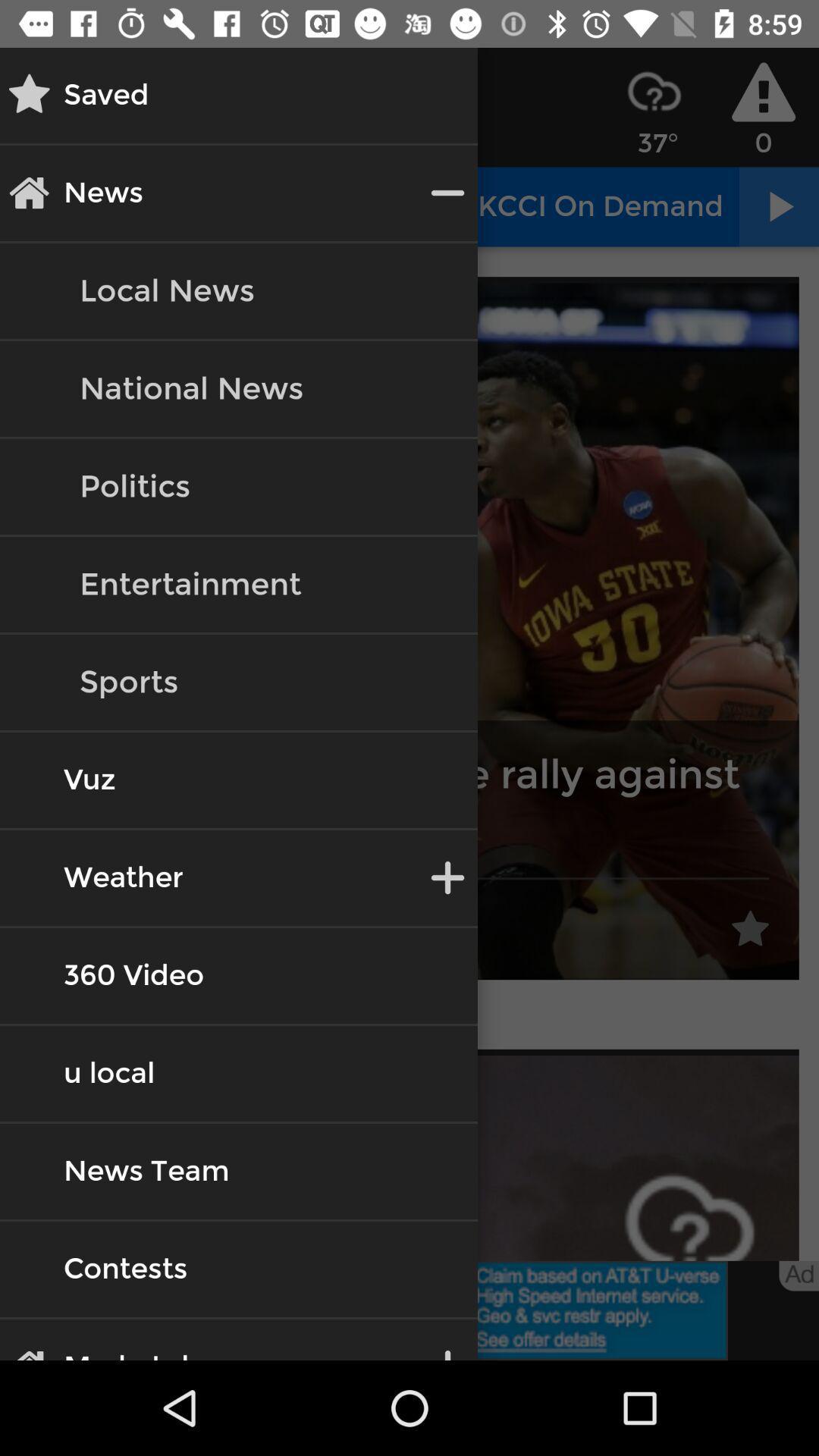 This screenshot has height=1456, width=819. I want to click on the star icon, so click(55, 102).